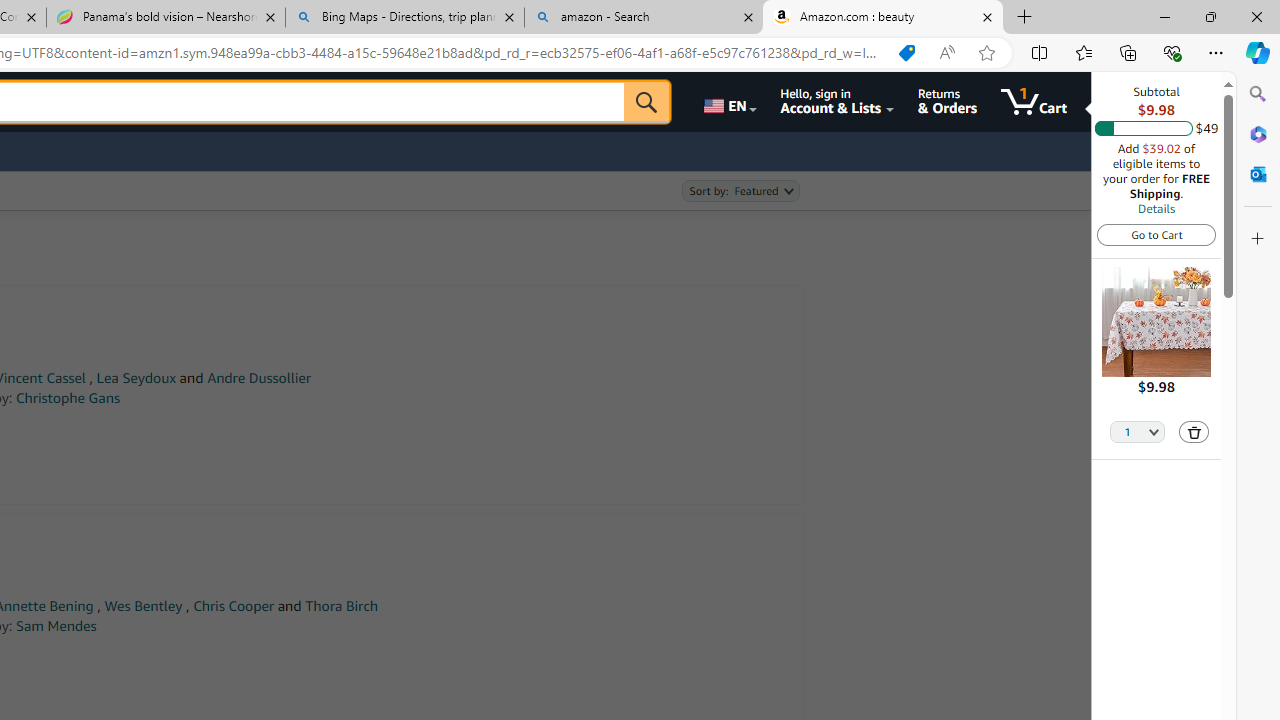  Describe the element at coordinates (56, 625) in the screenshot. I see `'Sam Mendes'` at that location.